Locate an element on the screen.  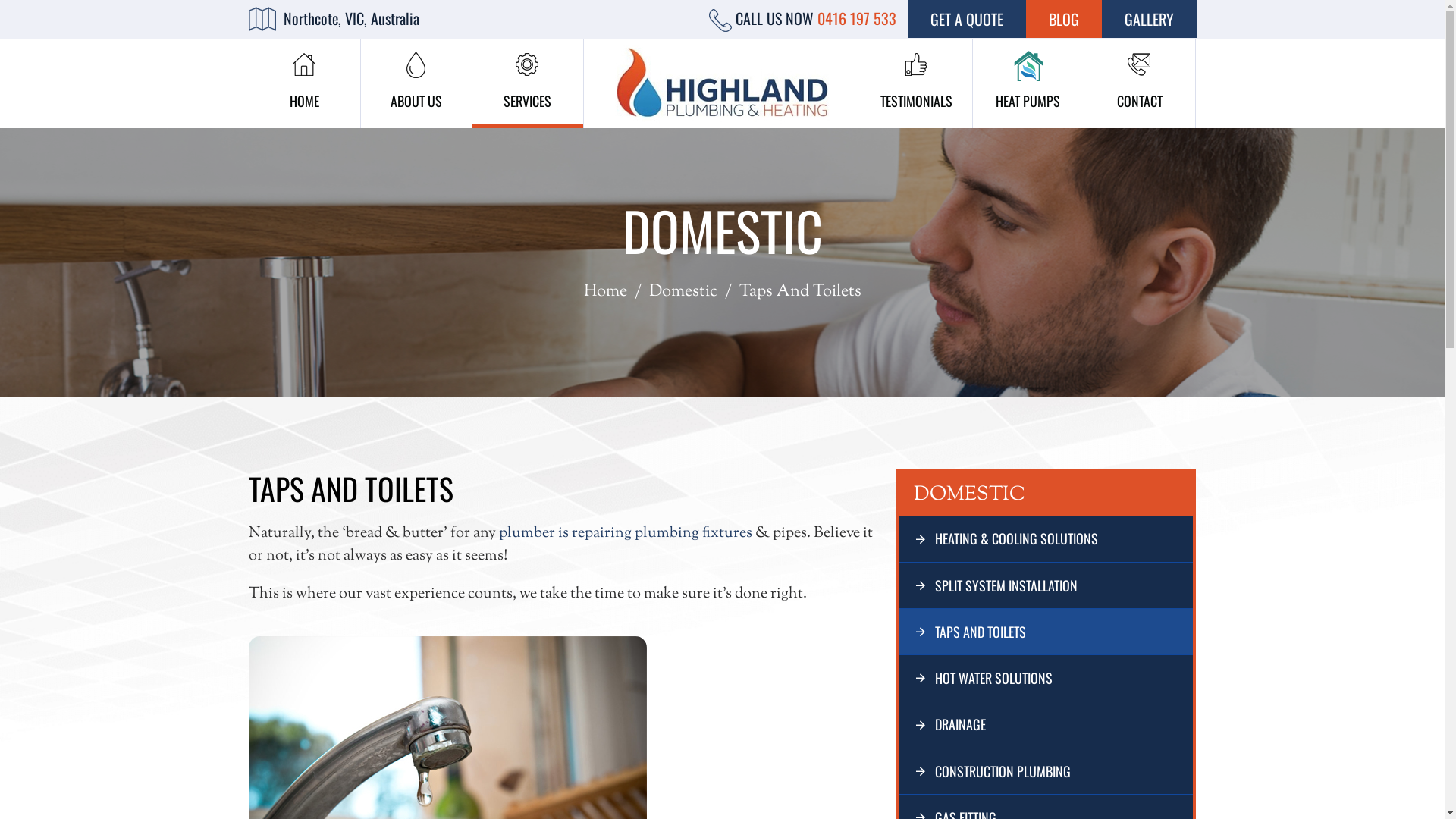
'DRAINAGE' is located at coordinates (1045, 723).